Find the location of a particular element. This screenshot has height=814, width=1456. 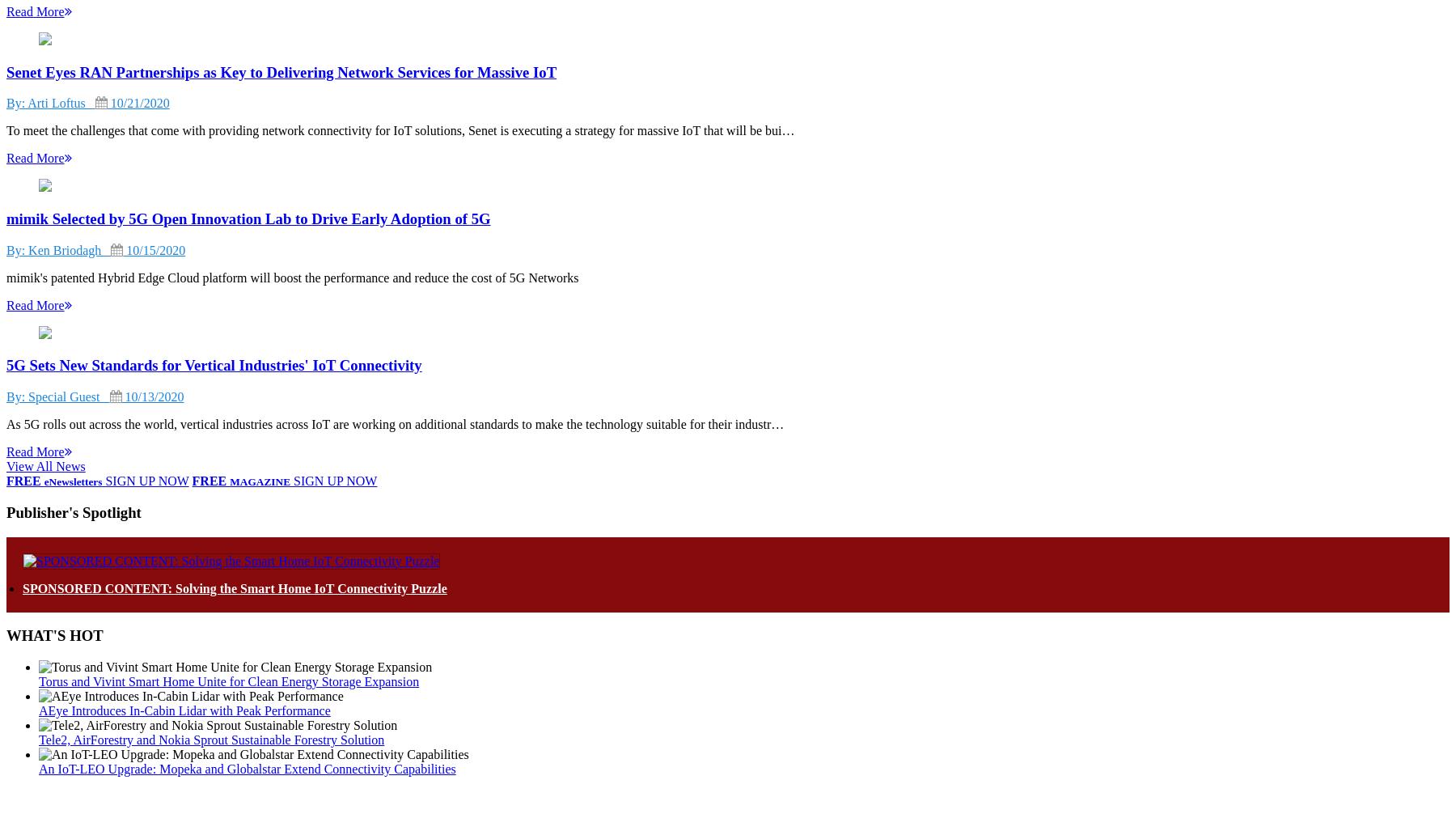

'AEye Introduces In-Cabin Lidar with Peak Performance' is located at coordinates (184, 710).